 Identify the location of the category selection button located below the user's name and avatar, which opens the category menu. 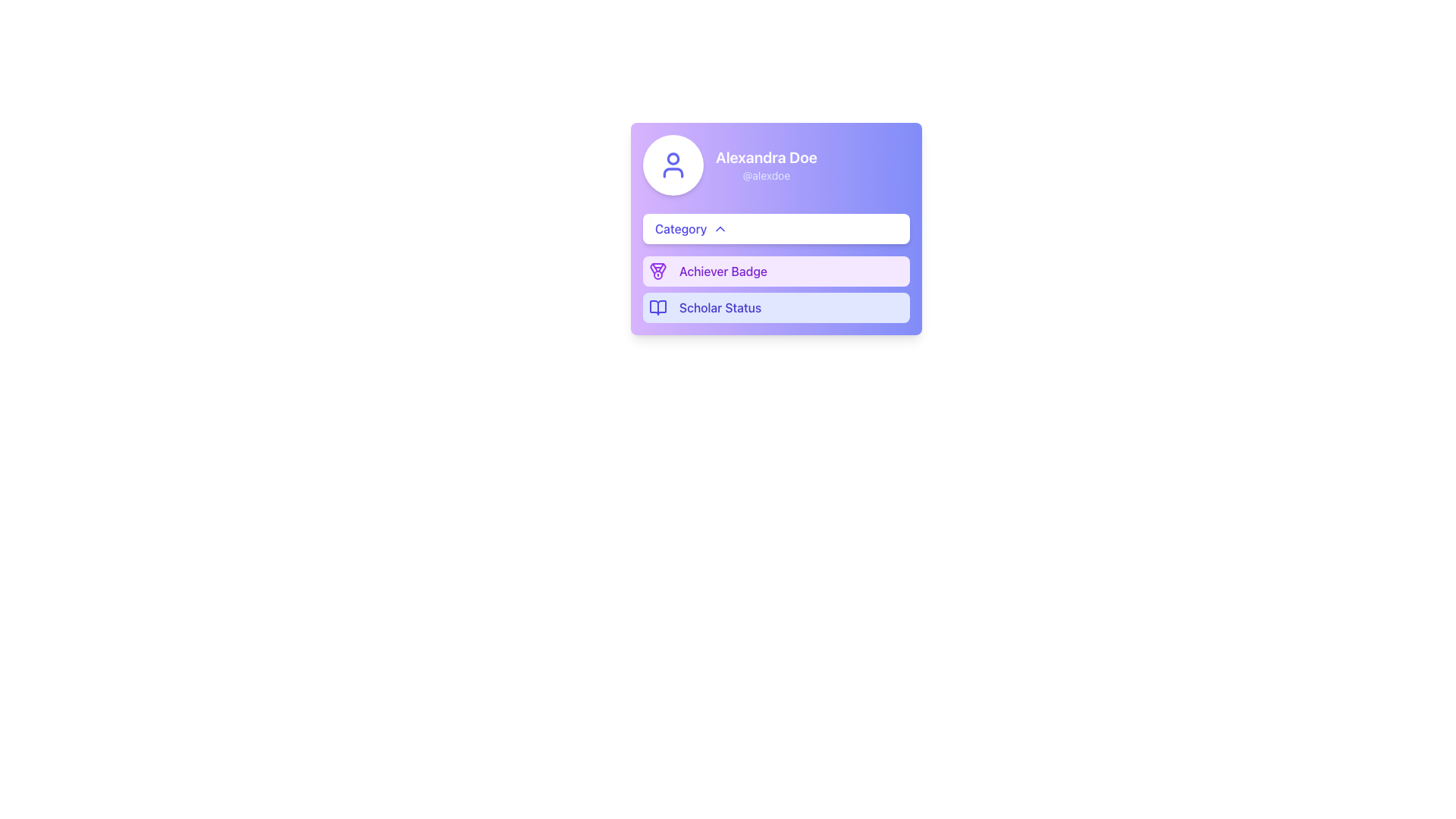
(776, 228).